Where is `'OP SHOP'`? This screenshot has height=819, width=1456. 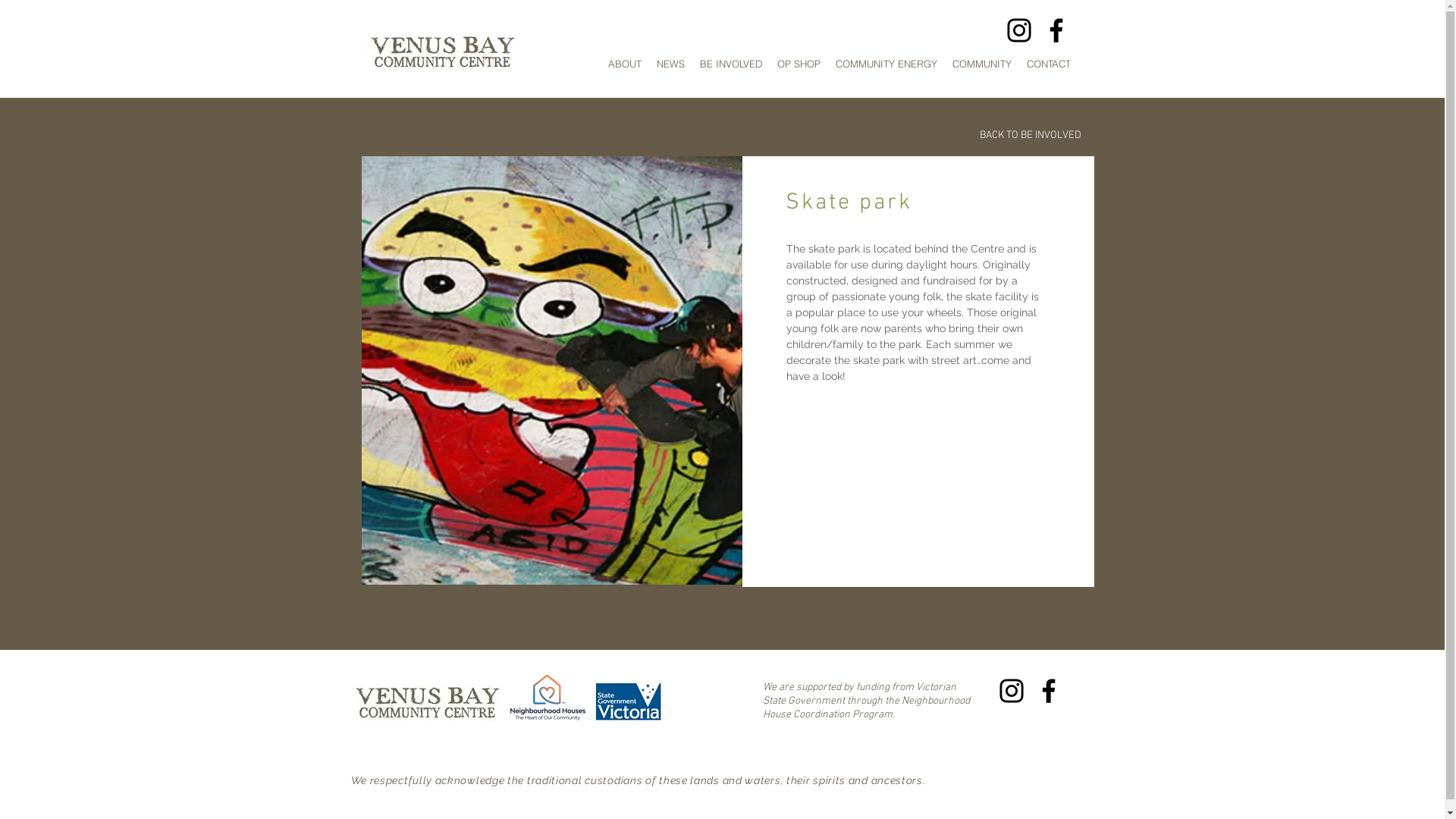
'OP SHOP' is located at coordinates (797, 63).